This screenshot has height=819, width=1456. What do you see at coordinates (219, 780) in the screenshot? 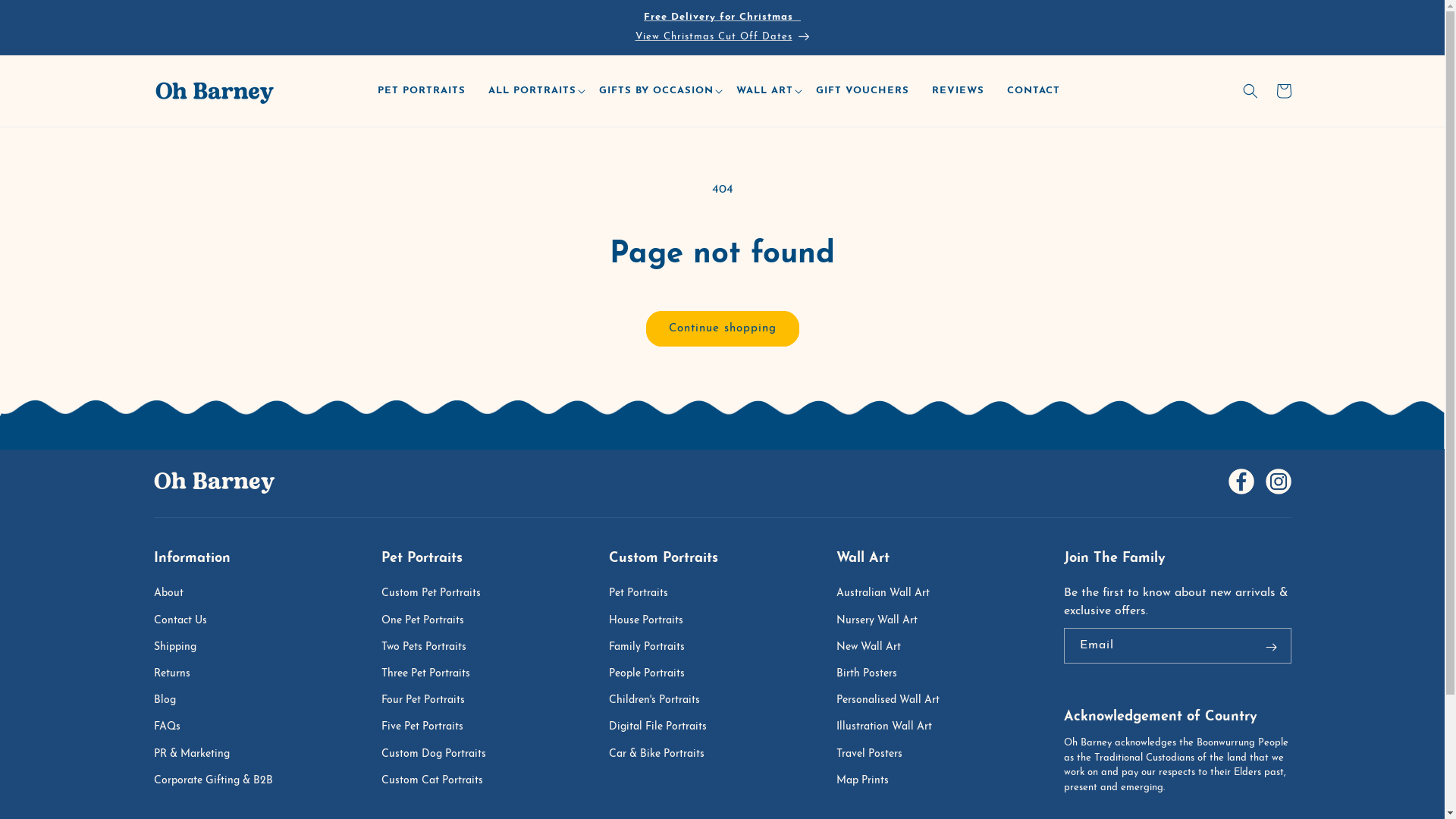
I see `'Corporate Gifting & B2B'` at bounding box center [219, 780].